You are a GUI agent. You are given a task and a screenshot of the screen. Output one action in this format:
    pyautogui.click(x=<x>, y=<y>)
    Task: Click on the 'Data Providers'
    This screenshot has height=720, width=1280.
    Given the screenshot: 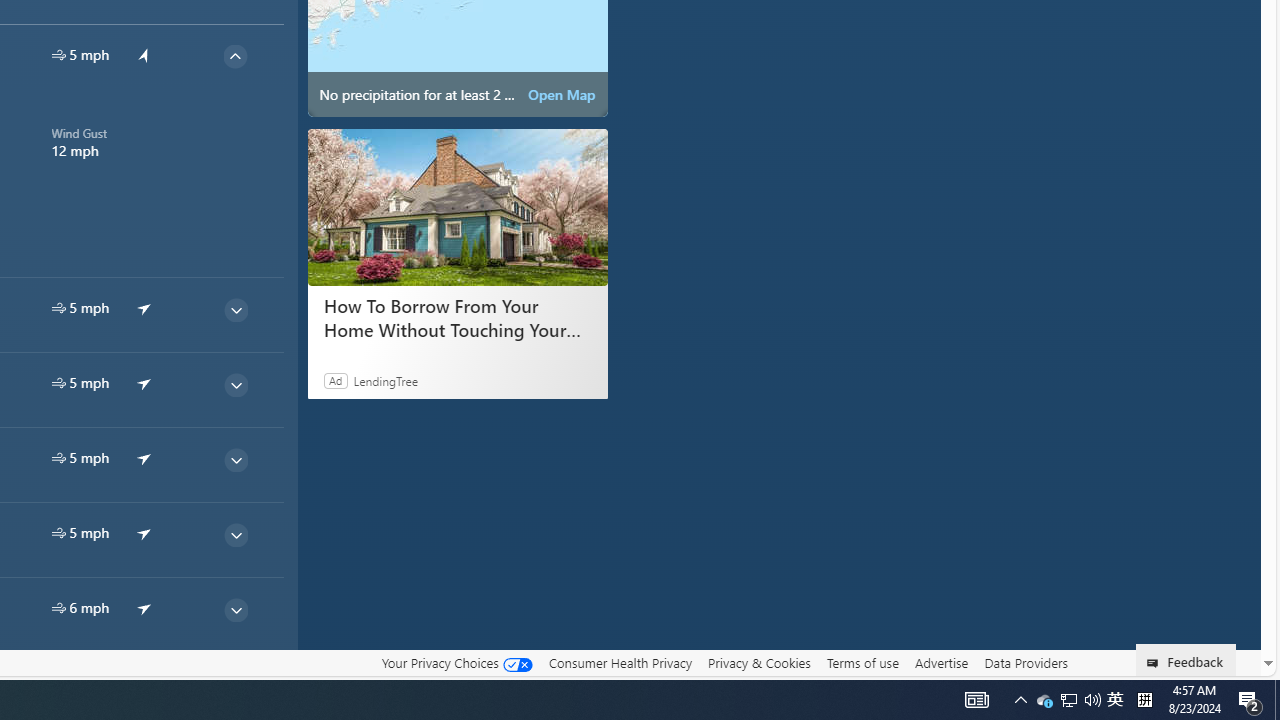 What is the action you would take?
    pyautogui.click(x=1025, y=663)
    